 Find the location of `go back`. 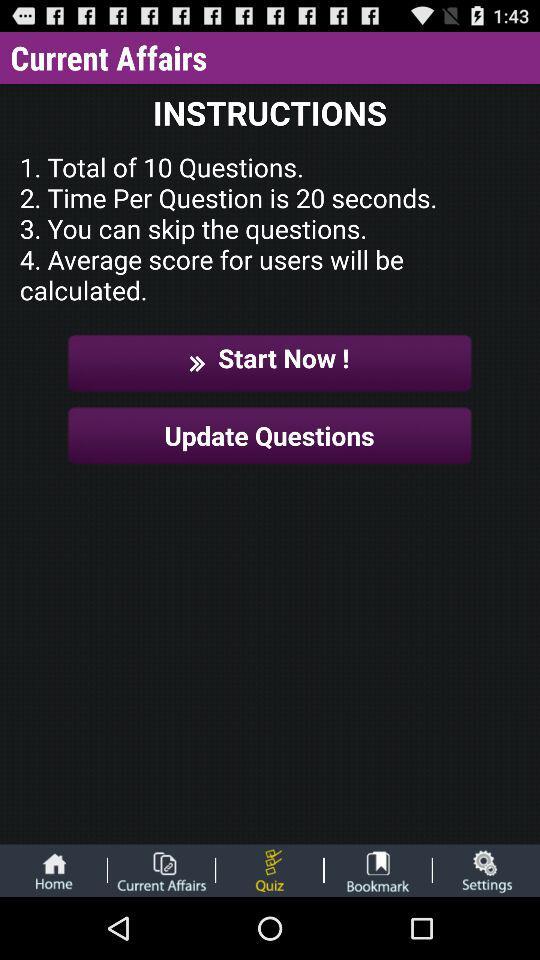

go back is located at coordinates (53, 869).